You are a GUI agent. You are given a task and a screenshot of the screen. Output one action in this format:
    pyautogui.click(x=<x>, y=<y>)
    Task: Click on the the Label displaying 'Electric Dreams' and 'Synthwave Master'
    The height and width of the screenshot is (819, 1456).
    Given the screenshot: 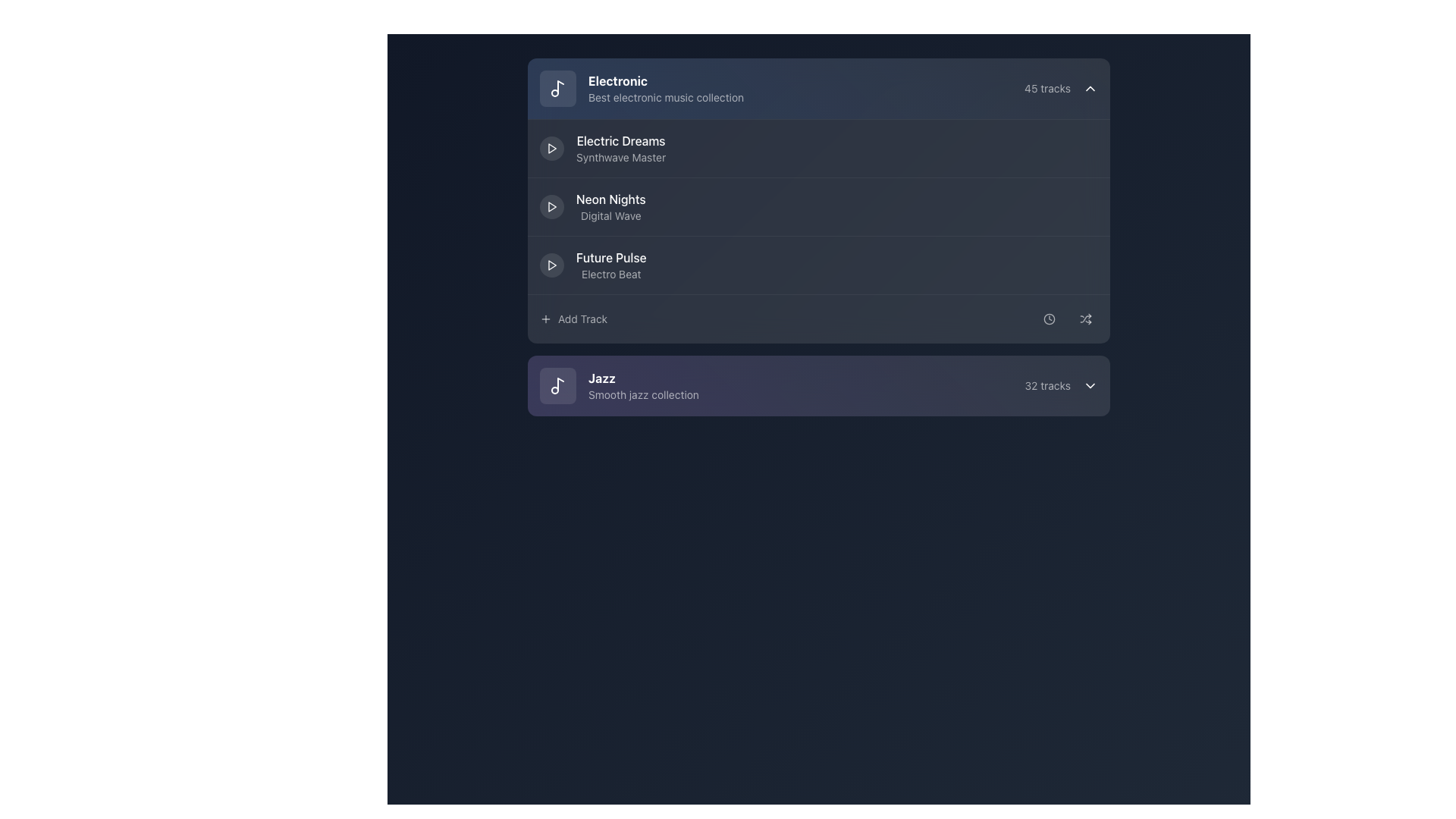 What is the action you would take?
    pyautogui.click(x=621, y=149)
    